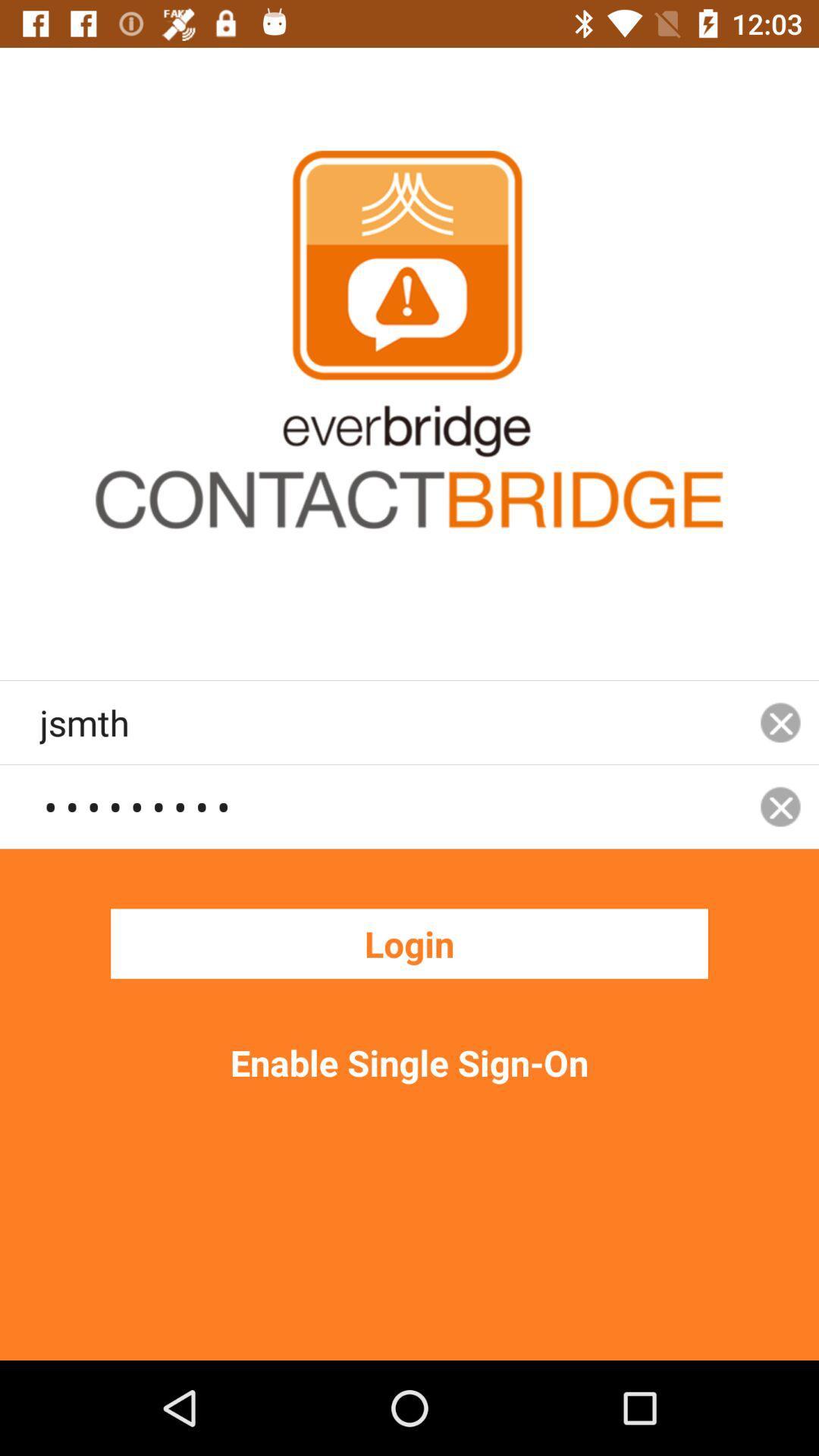  What do you see at coordinates (409, 1062) in the screenshot?
I see `the item below the login icon` at bounding box center [409, 1062].